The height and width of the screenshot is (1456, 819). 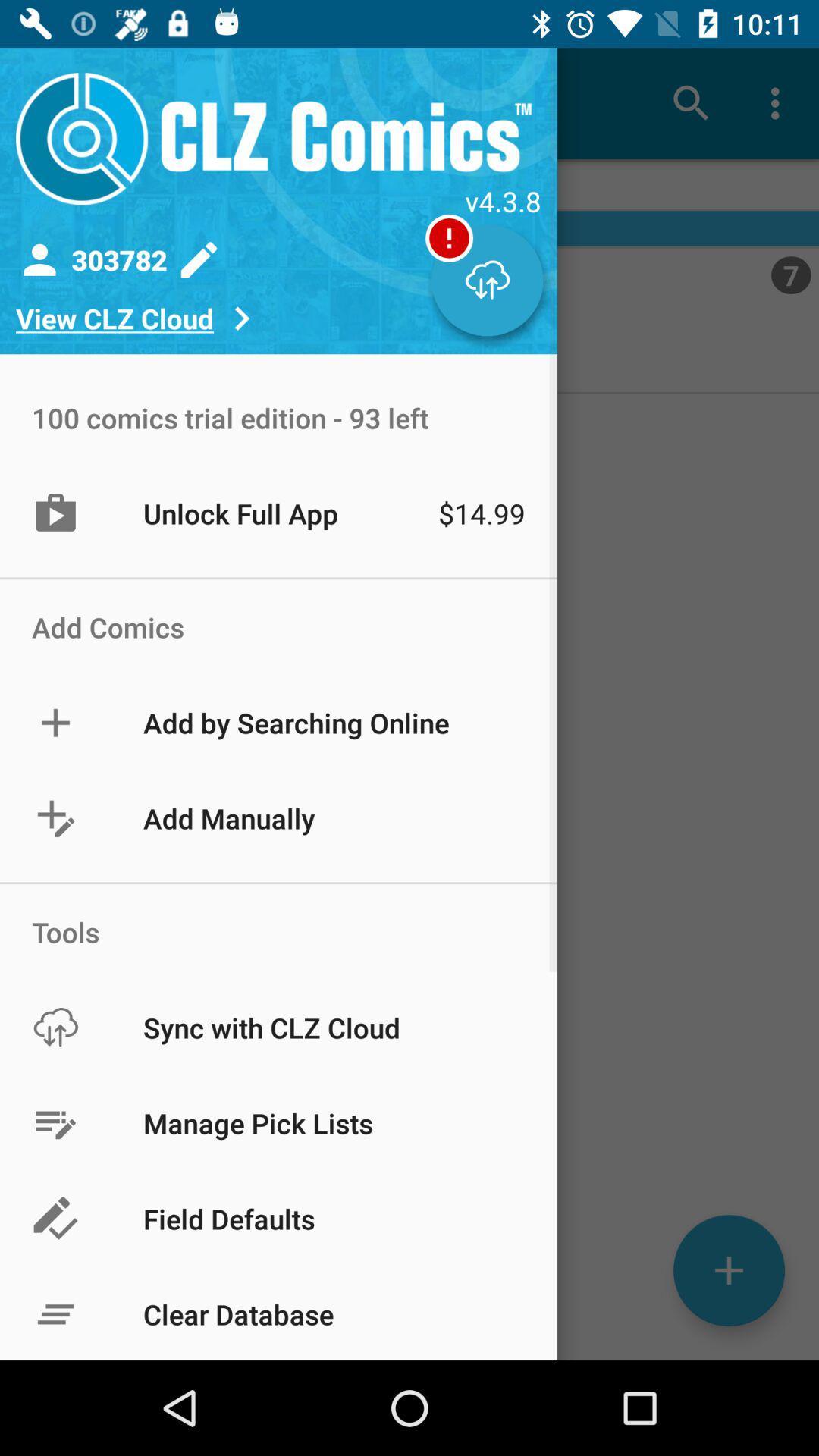 I want to click on the add icon, so click(x=728, y=1270).